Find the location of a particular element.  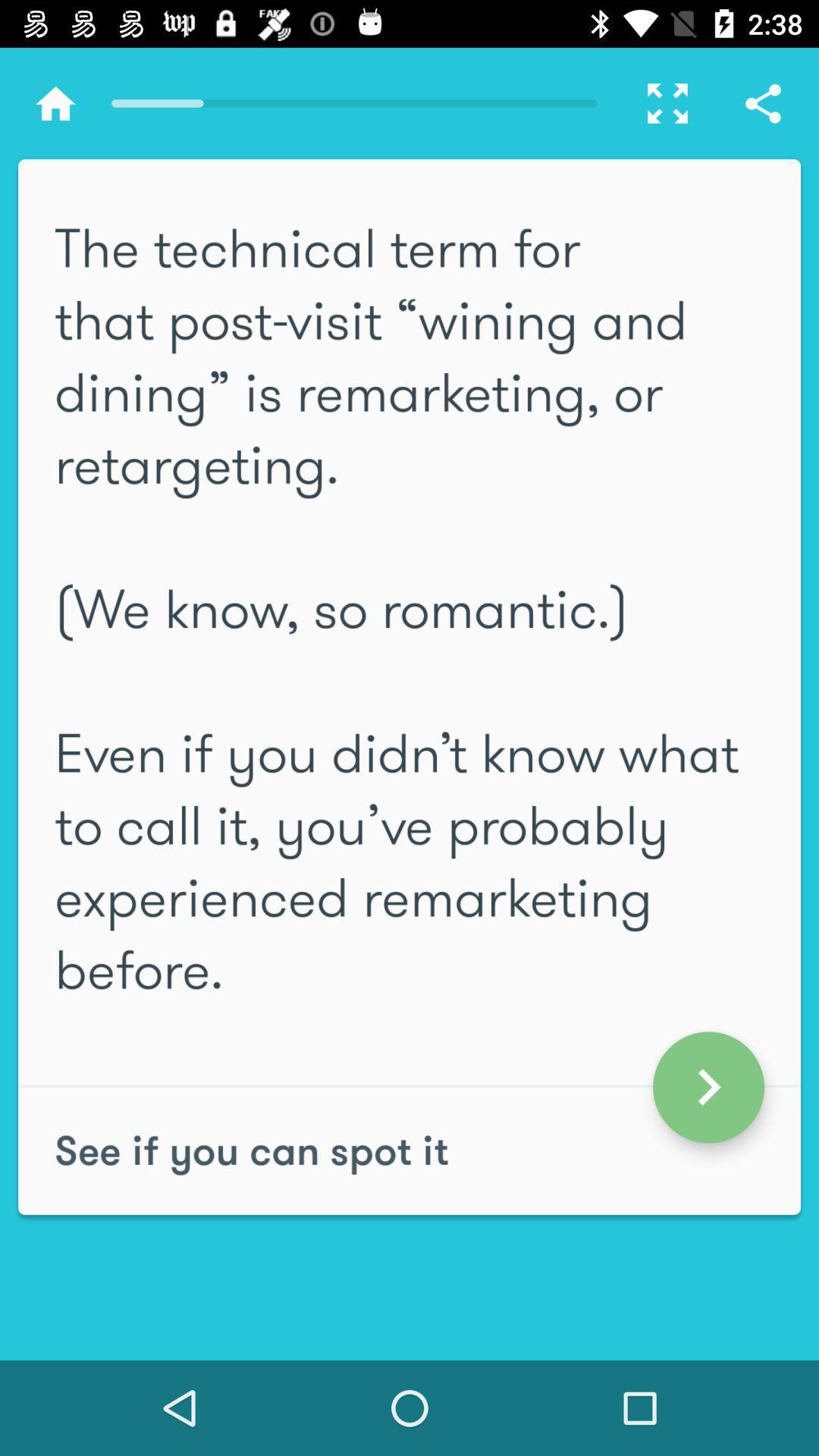

the home icon is located at coordinates (55, 102).